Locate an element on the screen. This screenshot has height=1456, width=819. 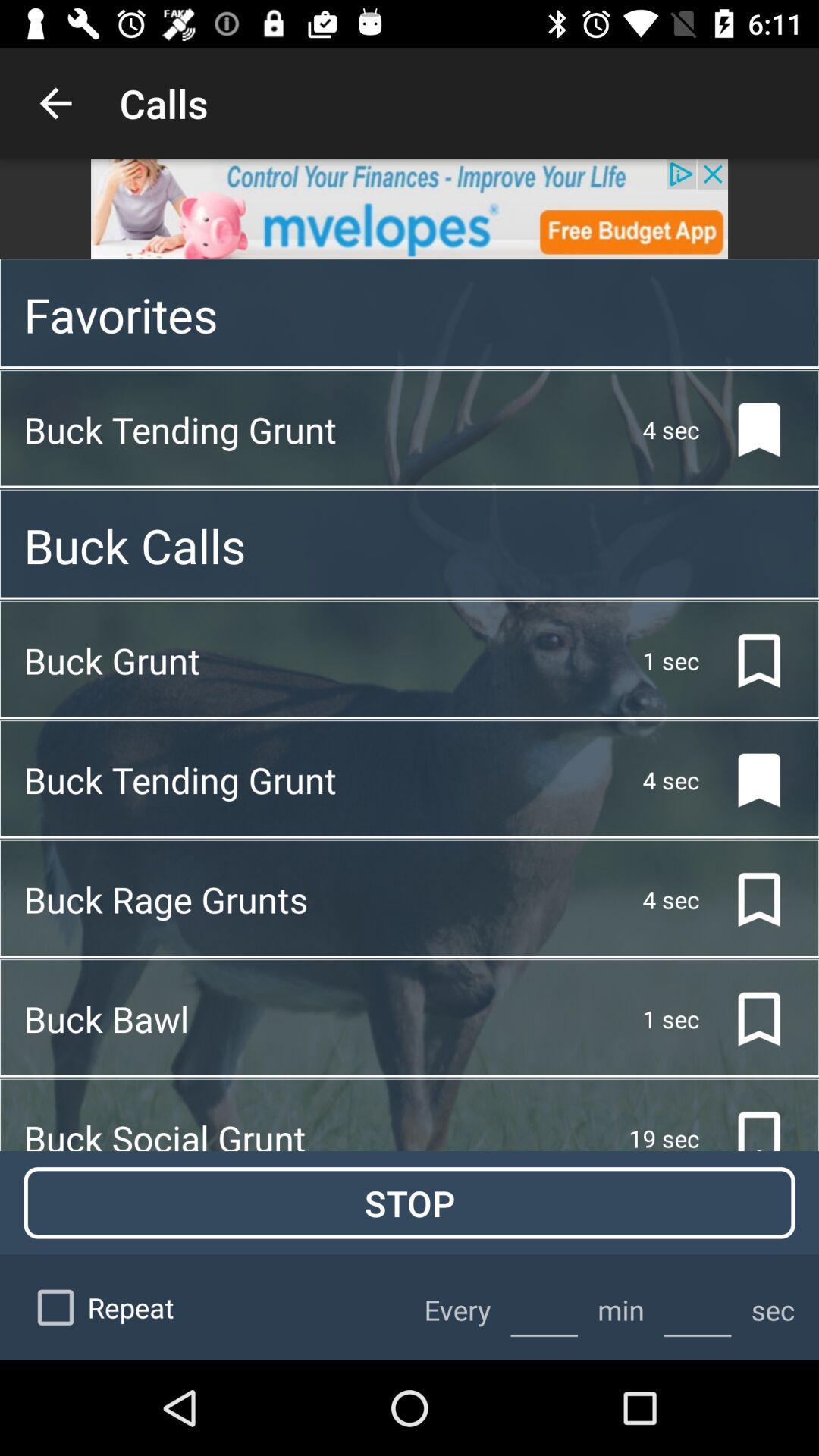
every is located at coordinates (543, 1307).